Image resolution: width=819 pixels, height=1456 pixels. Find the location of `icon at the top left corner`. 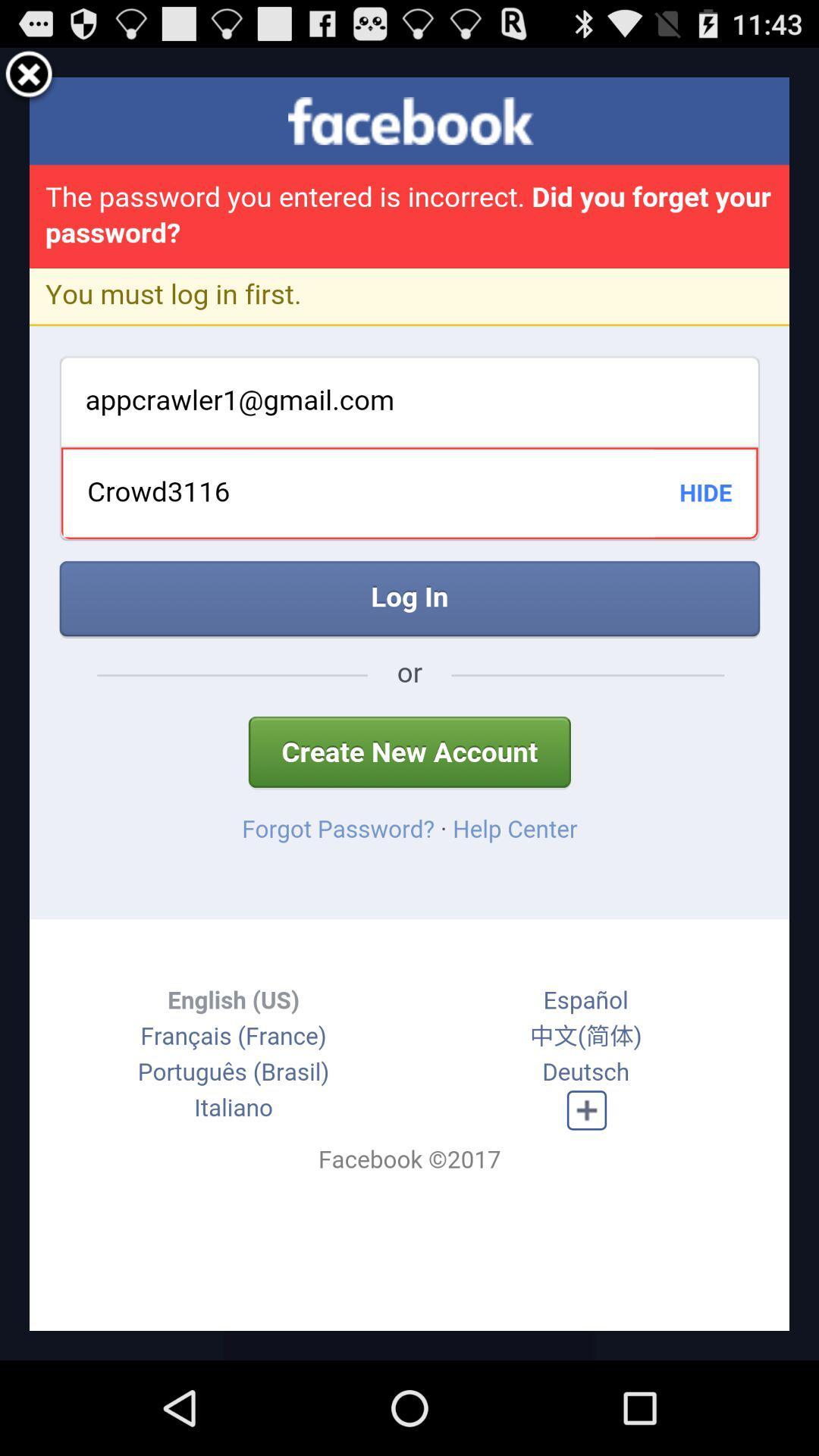

icon at the top left corner is located at coordinates (29, 76).